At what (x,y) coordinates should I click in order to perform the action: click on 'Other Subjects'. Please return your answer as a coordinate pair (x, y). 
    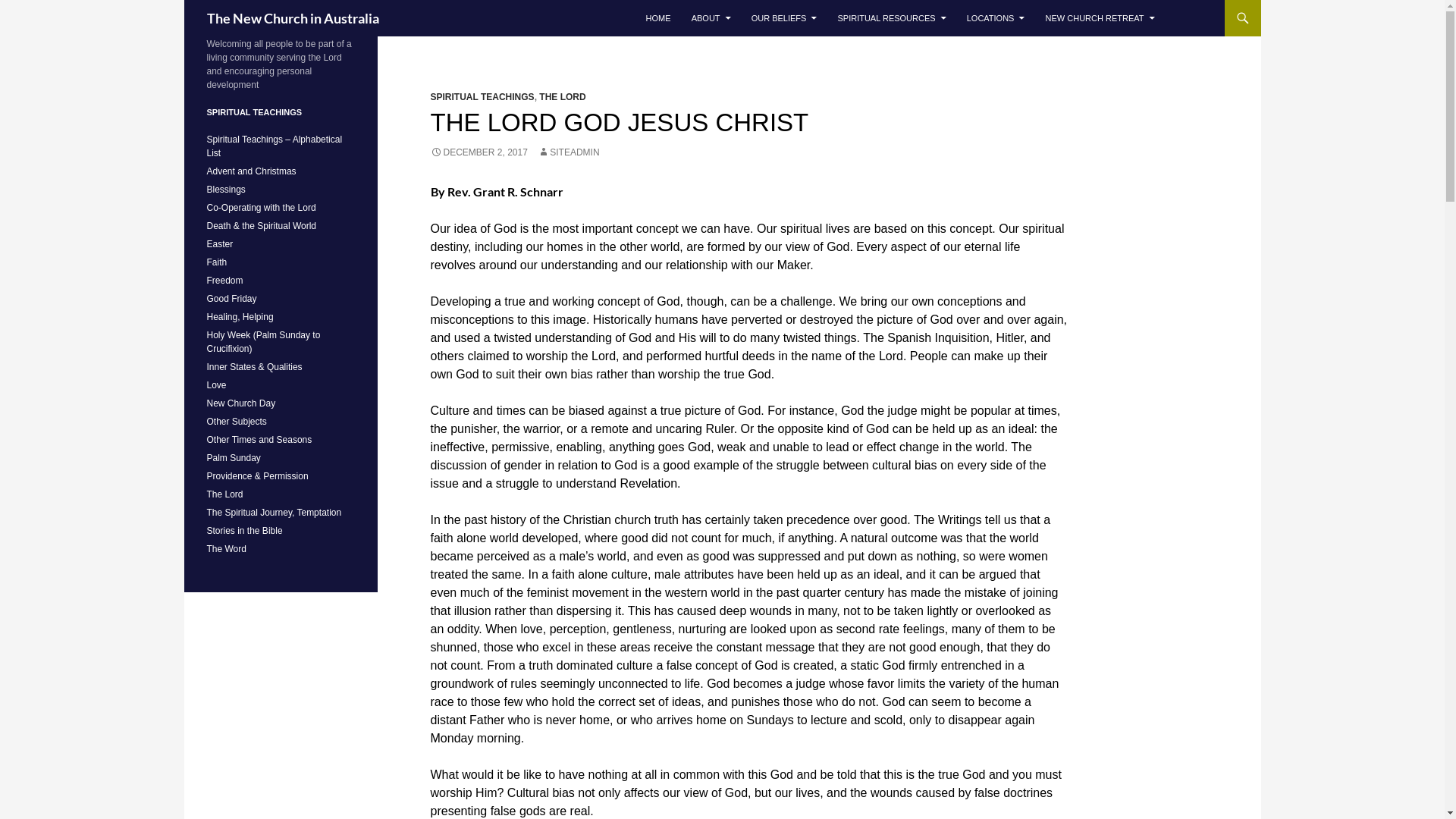
    Looking at the image, I should click on (206, 421).